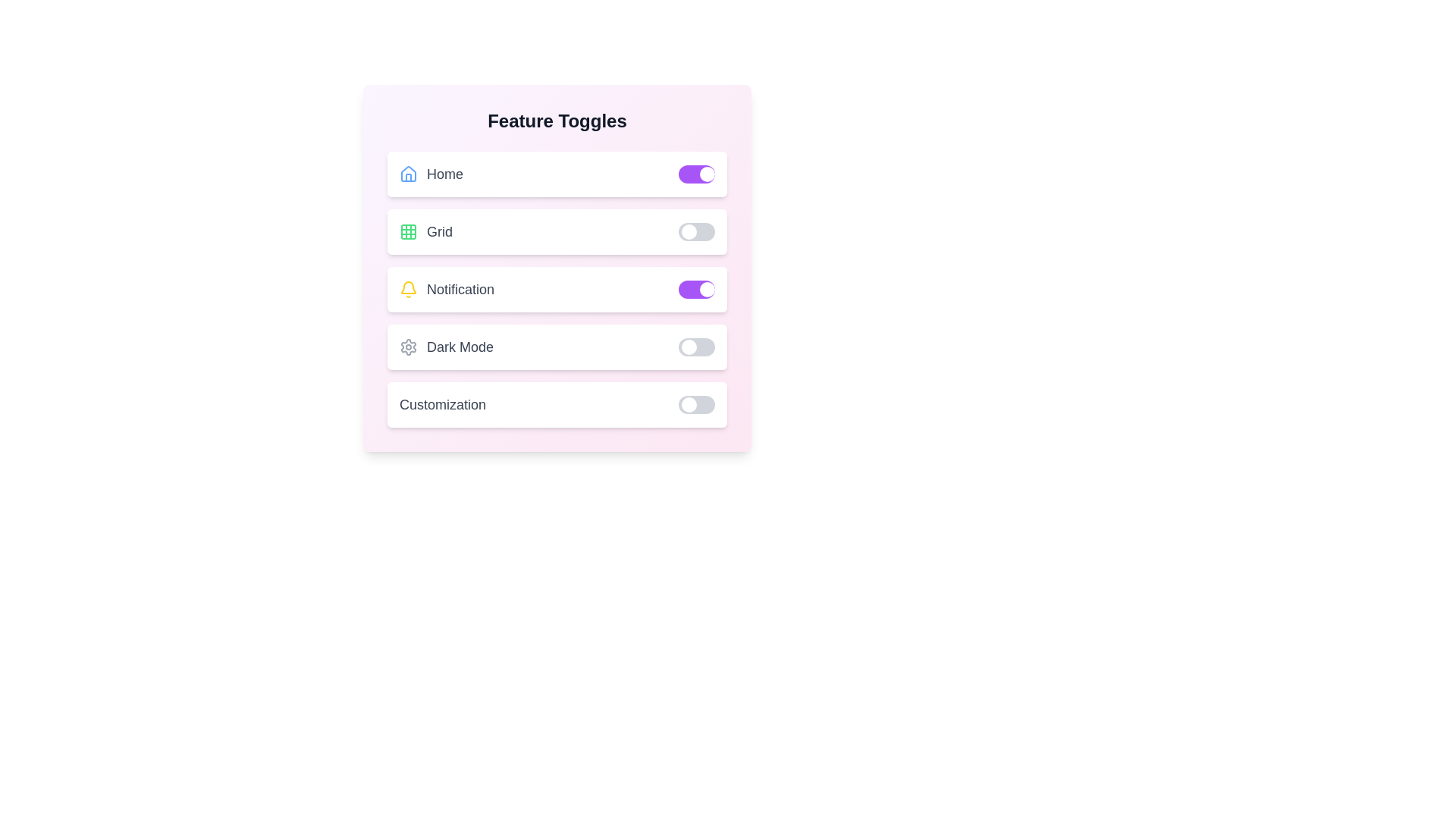 This screenshot has width=1456, height=819. Describe the element at coordinates (408, 289) in the screenshot. I see `the bell icon located to the far left of the 'Notification' row in the feature toggles section, which serves as a visual cue for notifications` at that location.